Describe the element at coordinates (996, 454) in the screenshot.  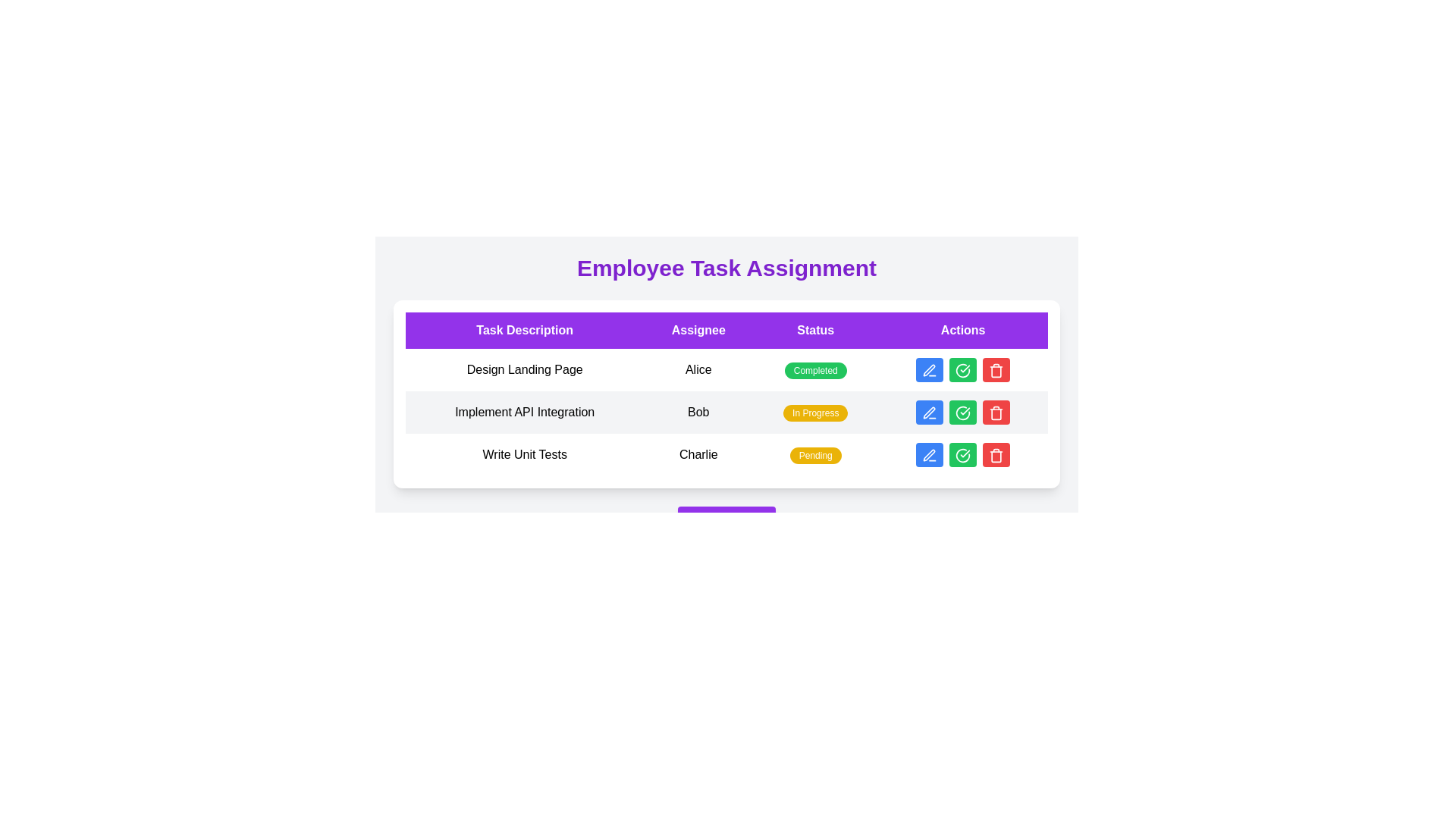
I see `the 'Delete' button with a trash icon located in the 'Actions' column for the row titled 'Implement API Integration'` at that location.